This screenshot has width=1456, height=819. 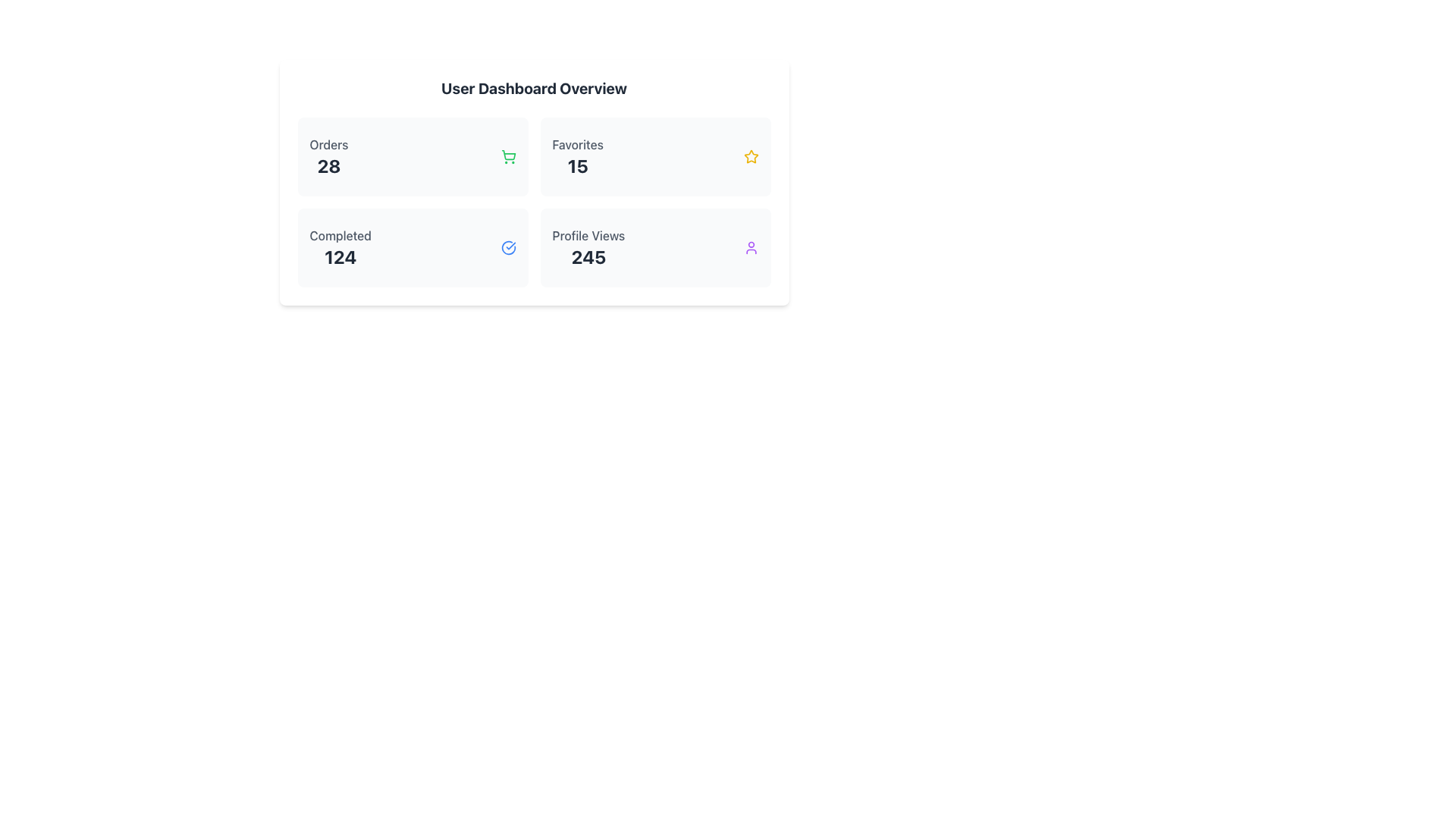 What do you see at coordinates (340, 256) in the screenshot?
I see `the static text displaying the number '124', which is located in the bottom-left quadrant of the 'User Dashboard Overview' card, under the label 'Completed'` at bounding box center [340, 256].